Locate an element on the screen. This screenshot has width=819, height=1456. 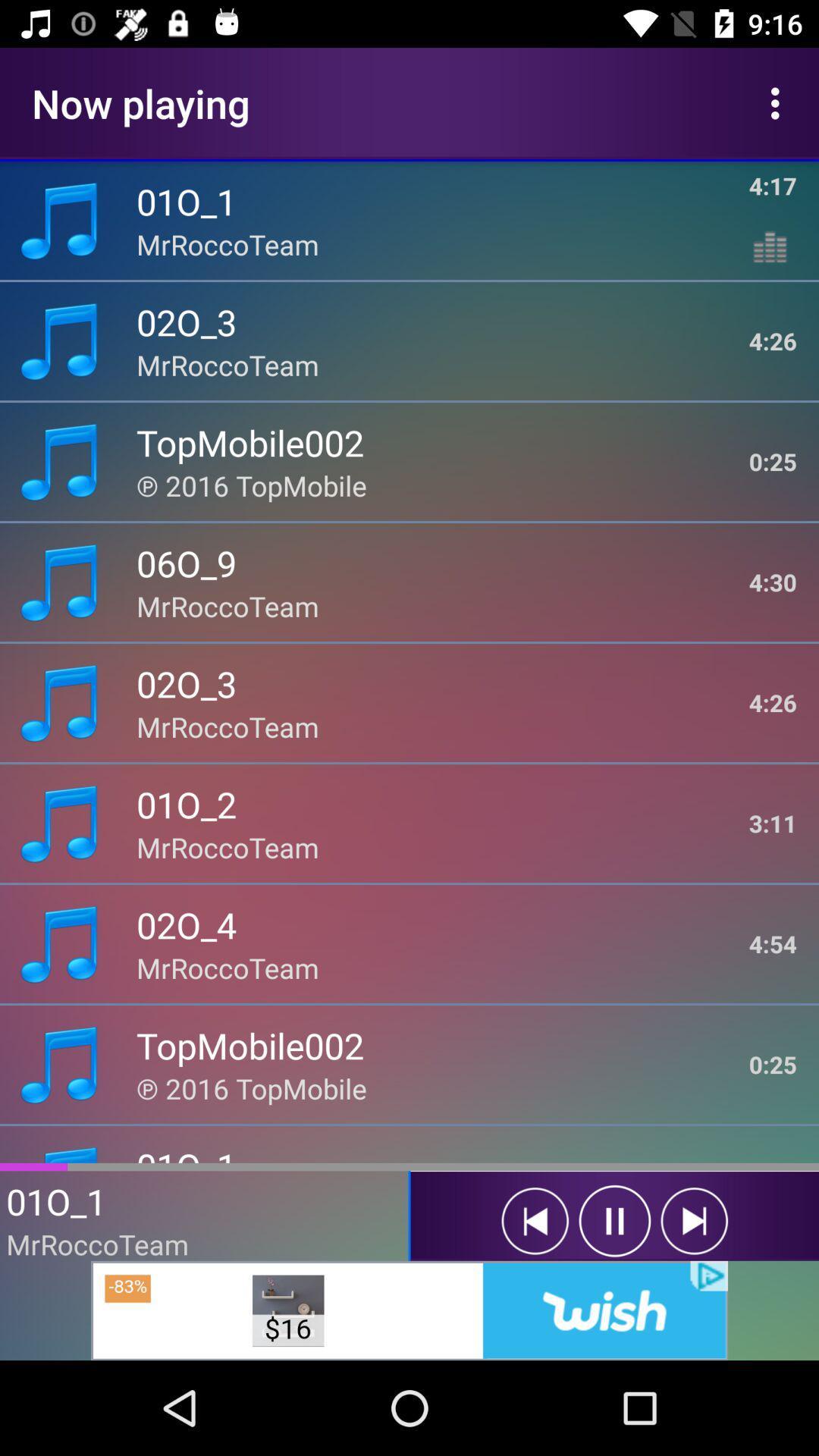
adverdesment link is located at coordinates (409, 1310).